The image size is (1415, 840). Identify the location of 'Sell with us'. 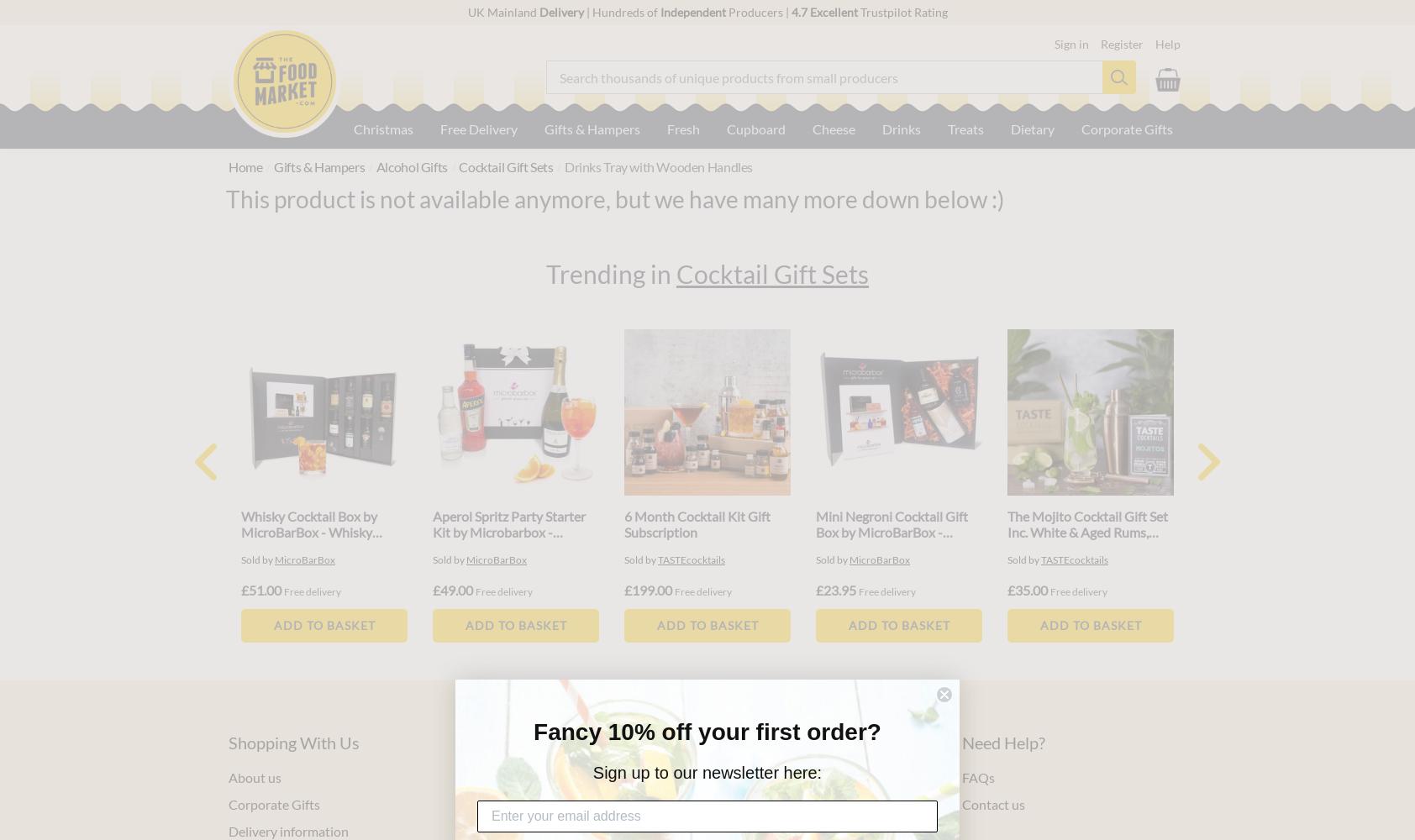
(716, 776).